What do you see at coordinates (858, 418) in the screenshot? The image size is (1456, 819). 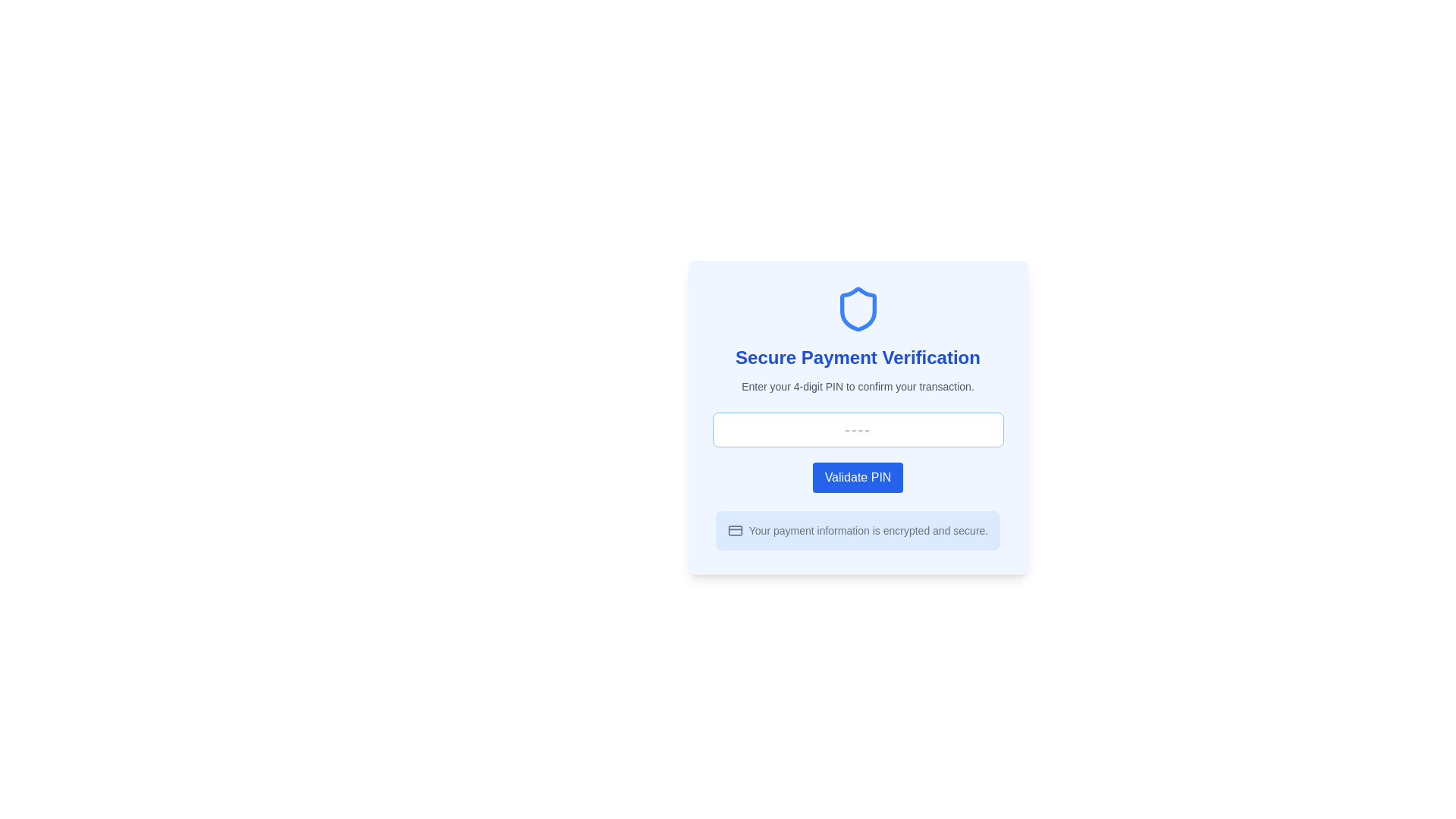 I see `the PIN input box located under the 'Secure Payment Verification' heading to focus for user input` at bounding box center [858, 418].